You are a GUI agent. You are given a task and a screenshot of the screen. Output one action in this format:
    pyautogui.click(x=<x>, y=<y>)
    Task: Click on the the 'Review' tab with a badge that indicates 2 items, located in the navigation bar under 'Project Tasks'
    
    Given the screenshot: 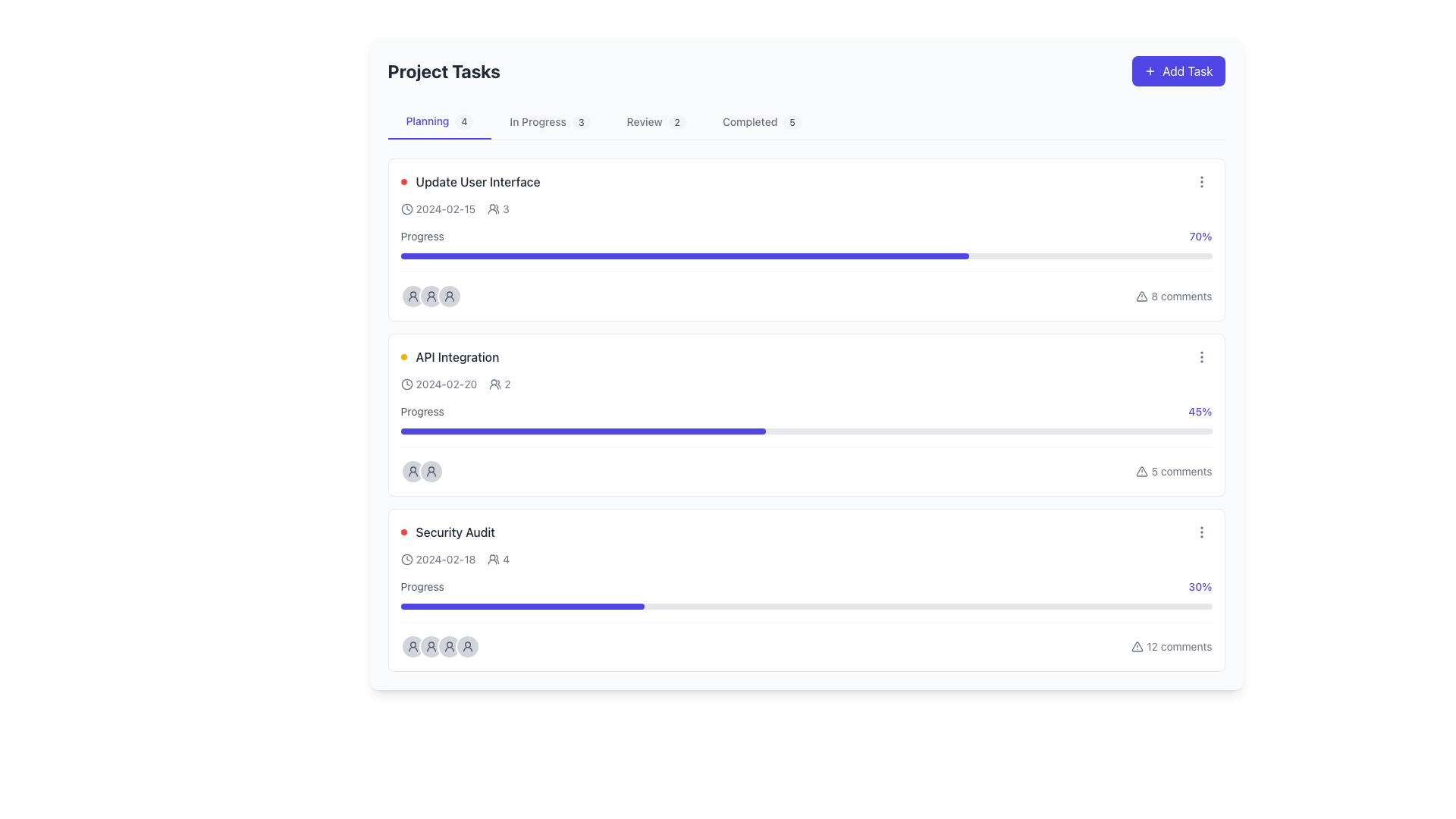 What is the action you would take?
    pyautogui.click(x=656, y=121)
    